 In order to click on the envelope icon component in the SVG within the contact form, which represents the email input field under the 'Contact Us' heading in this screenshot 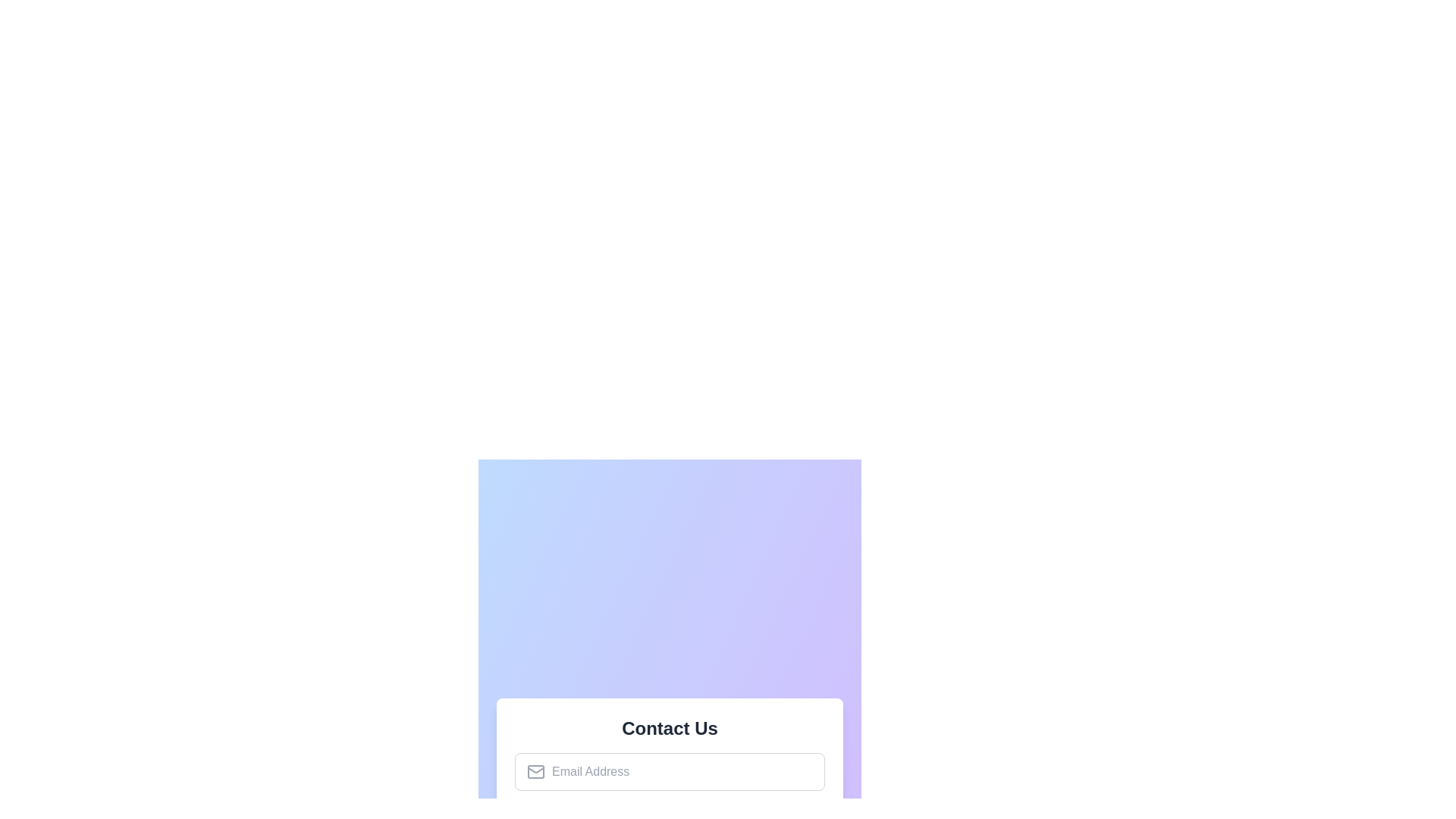, I will do `click(535, 771)`.